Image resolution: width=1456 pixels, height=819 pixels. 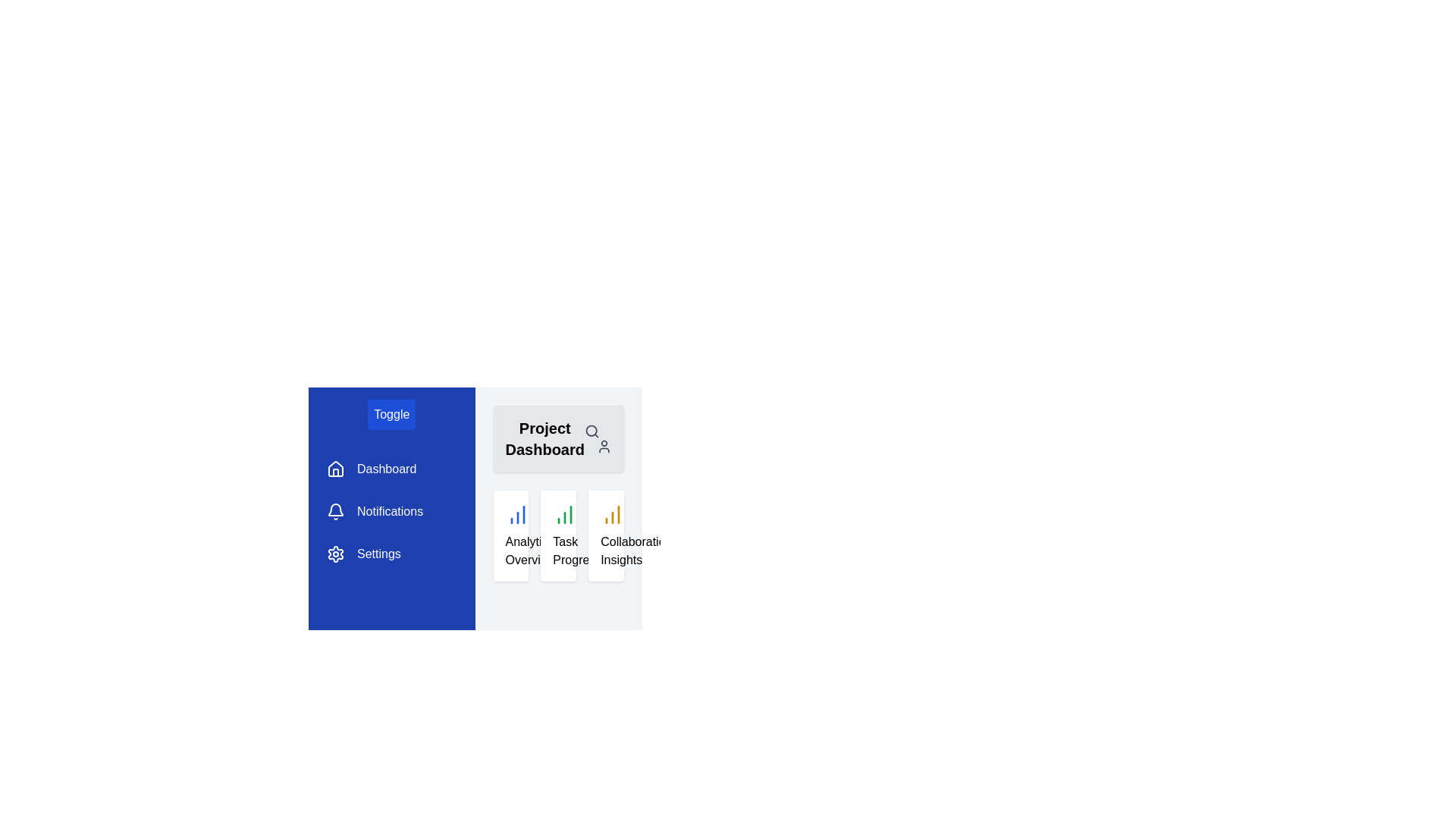 I want to click on the 'Settings' button, which has a settings icon resembling a cogwheel and is styled in white on a blue background, located in the left navigation panel as the third item beneath 'Dashboard' and 'Notifications', so click(x=364, y=554).